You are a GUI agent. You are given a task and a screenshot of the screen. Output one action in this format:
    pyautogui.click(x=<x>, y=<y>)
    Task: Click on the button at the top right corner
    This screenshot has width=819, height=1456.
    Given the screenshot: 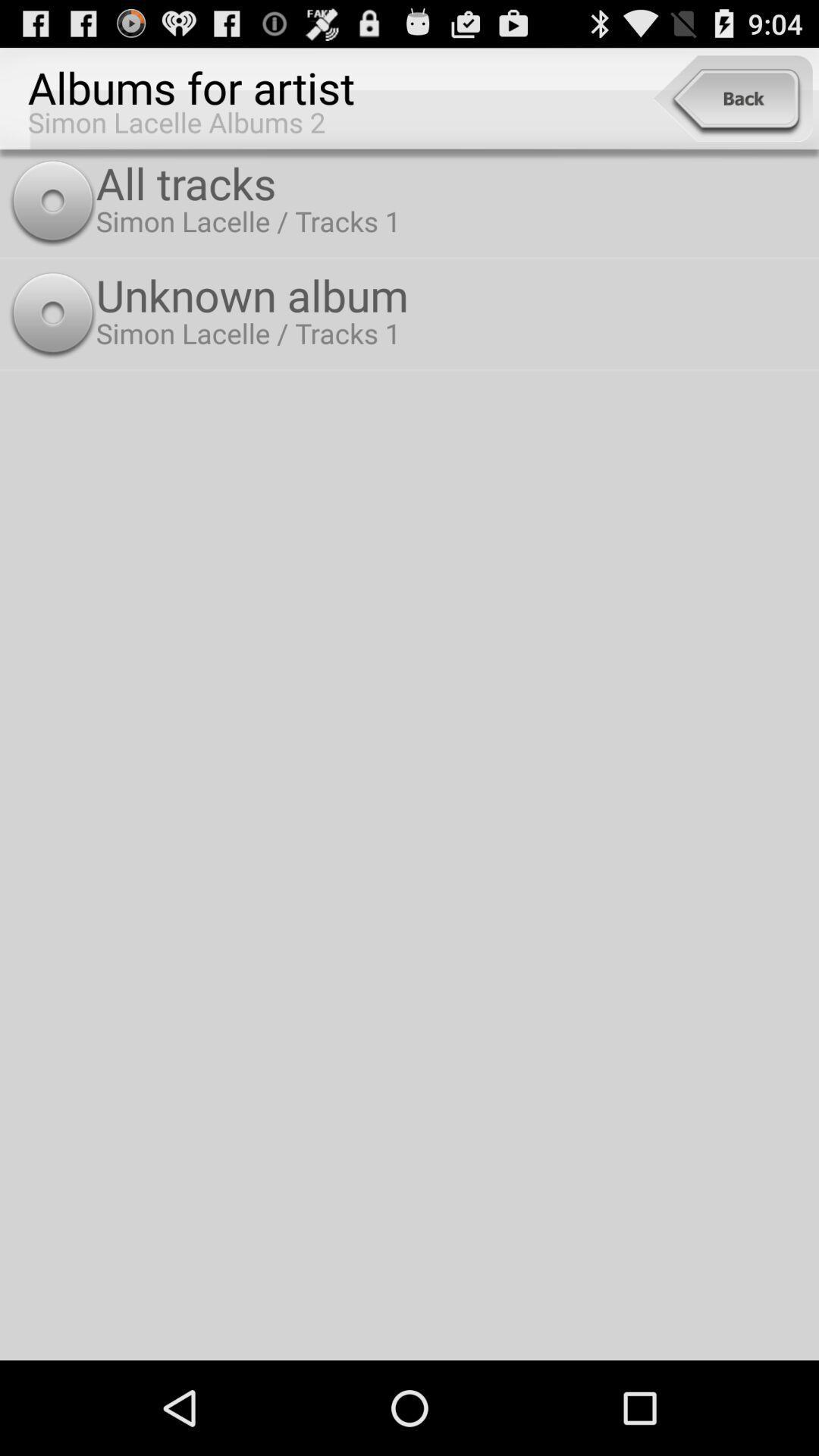 What is the action you would take?
    pyautogui.click(x=732, y=98)
    